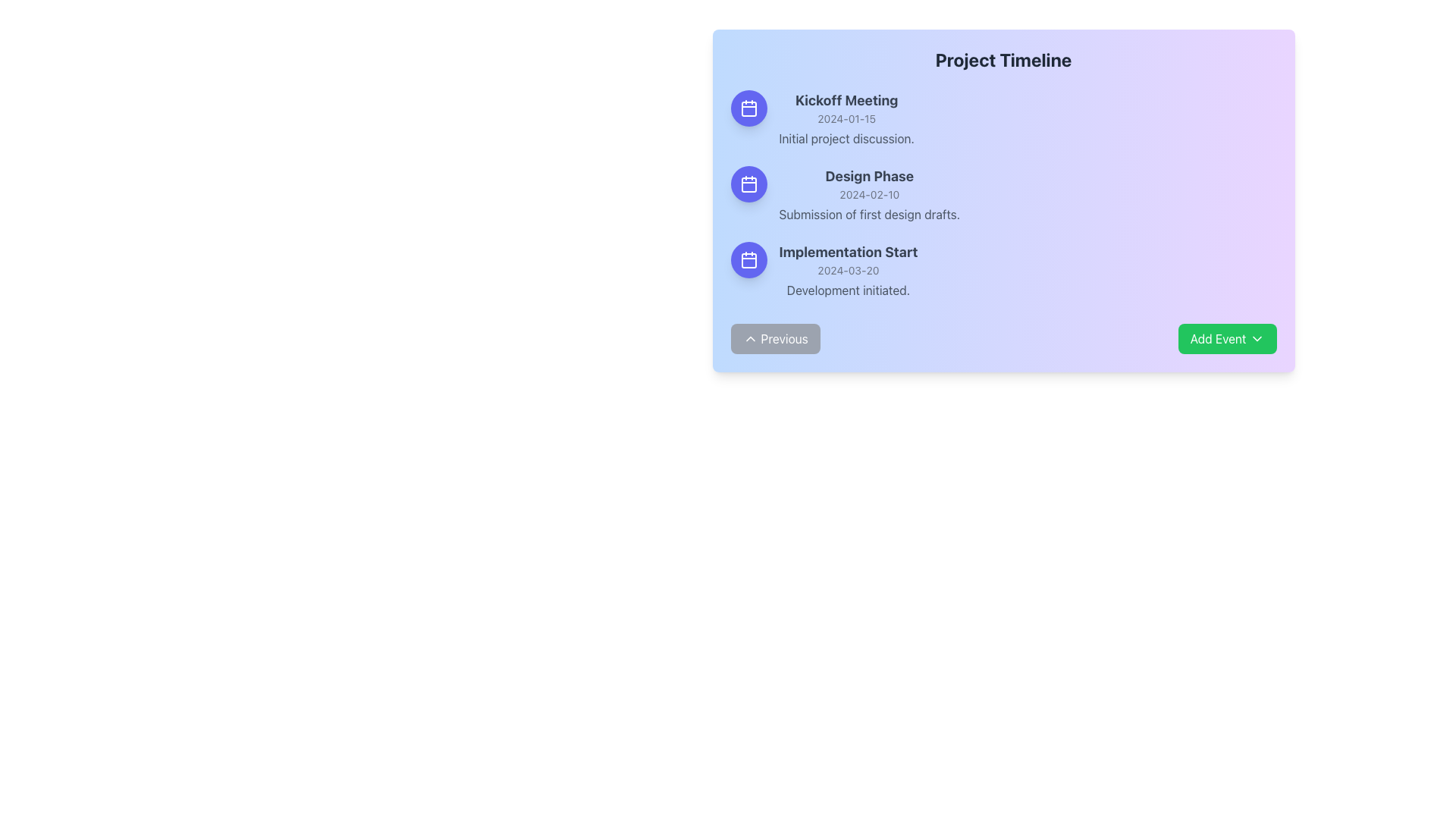  What do you see at coordinates (869, 214) in the screenshot?
I see `the informational text element containing the phrase 'Submission of first design drafts.' located in the 'Design Phase' section of the timeline interface` at bounding box center [869, 214].